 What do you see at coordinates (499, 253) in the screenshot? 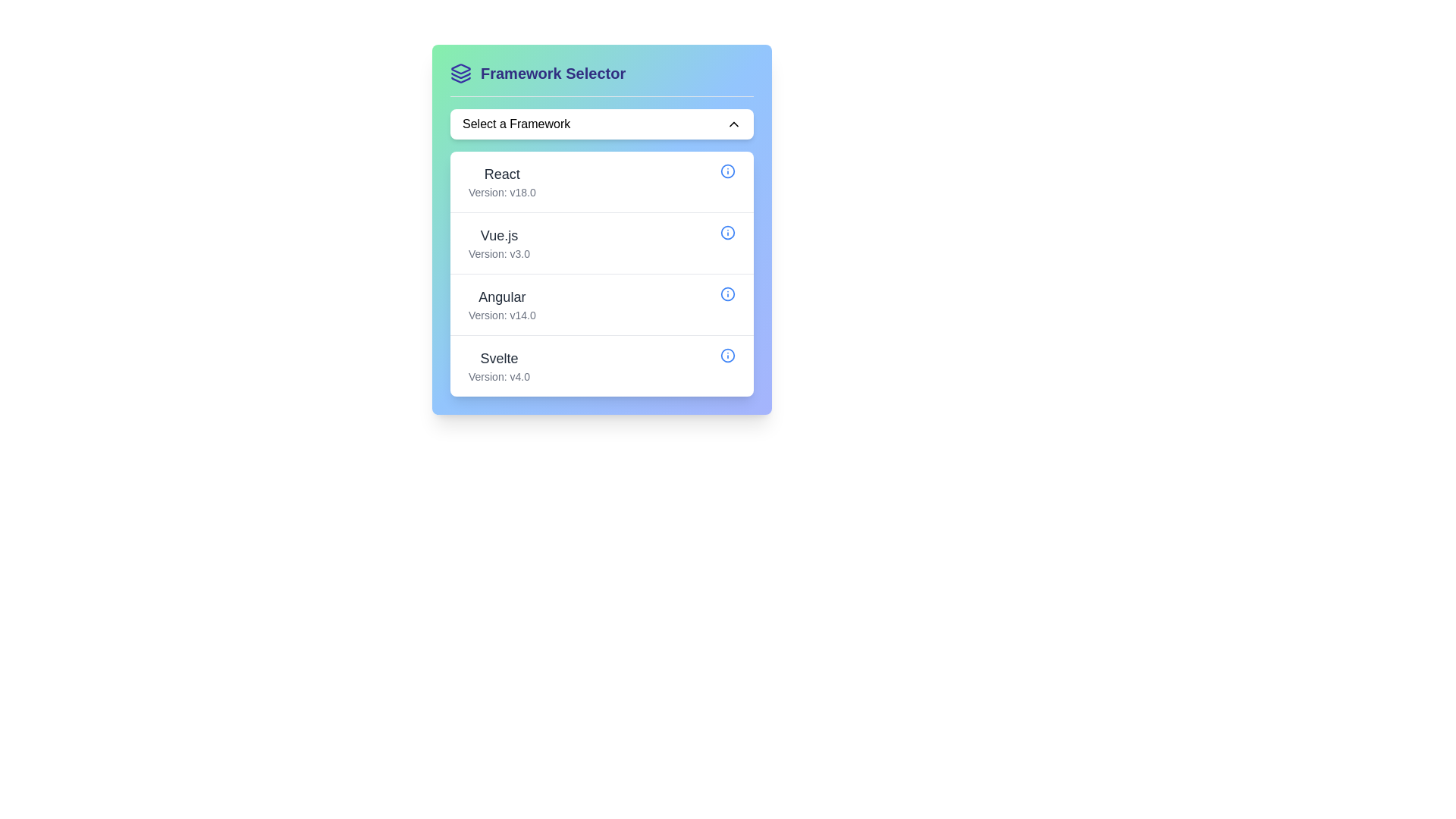
I see `the static text label that reads 'Version: v3.0', which is located below the 'Vue.js' label in the framework selector list` at bounding box center [499, 253].